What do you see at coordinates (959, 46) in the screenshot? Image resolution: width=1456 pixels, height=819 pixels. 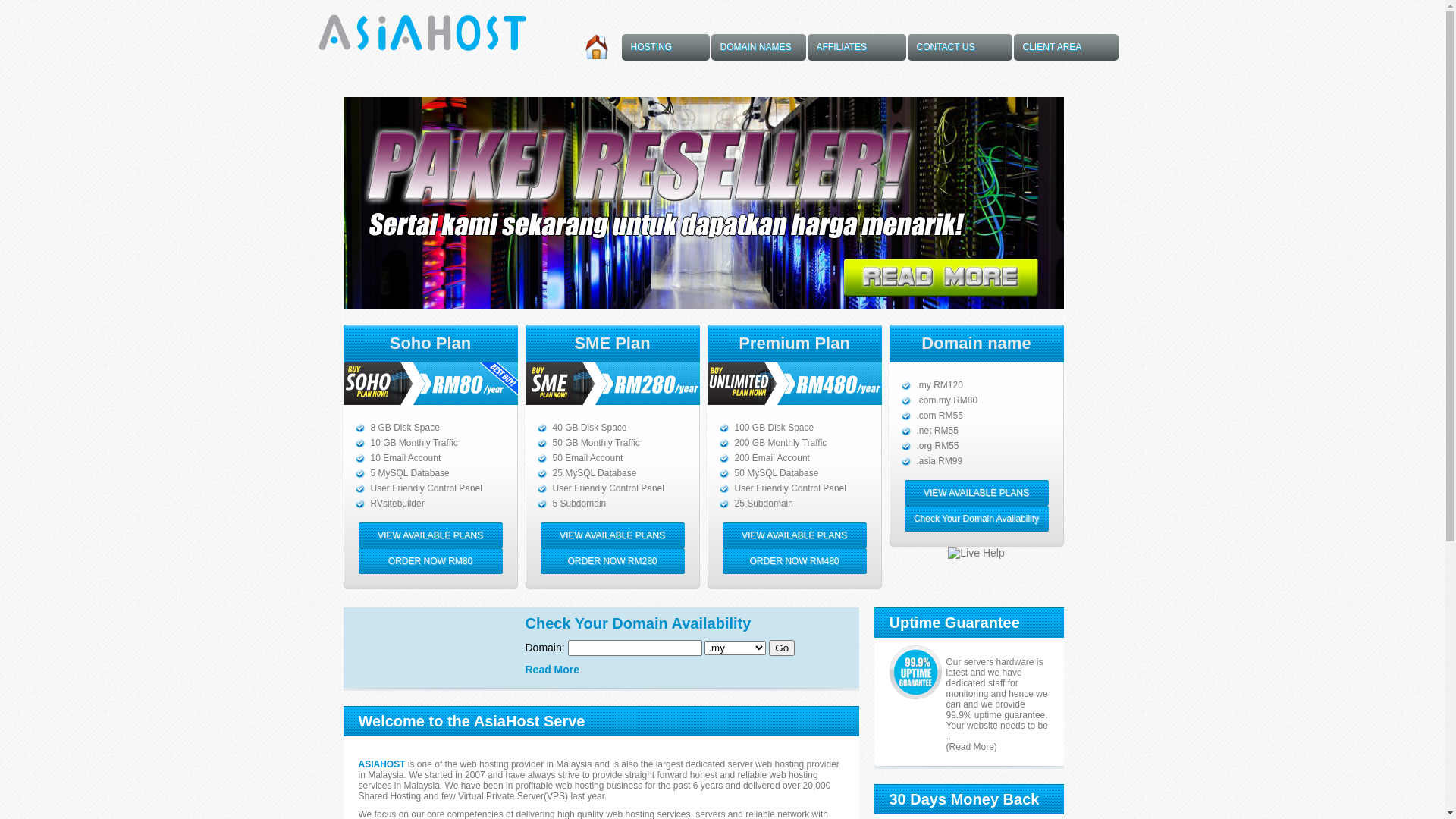 I see `'CONTACT US'` at bounding box center [959, 46].